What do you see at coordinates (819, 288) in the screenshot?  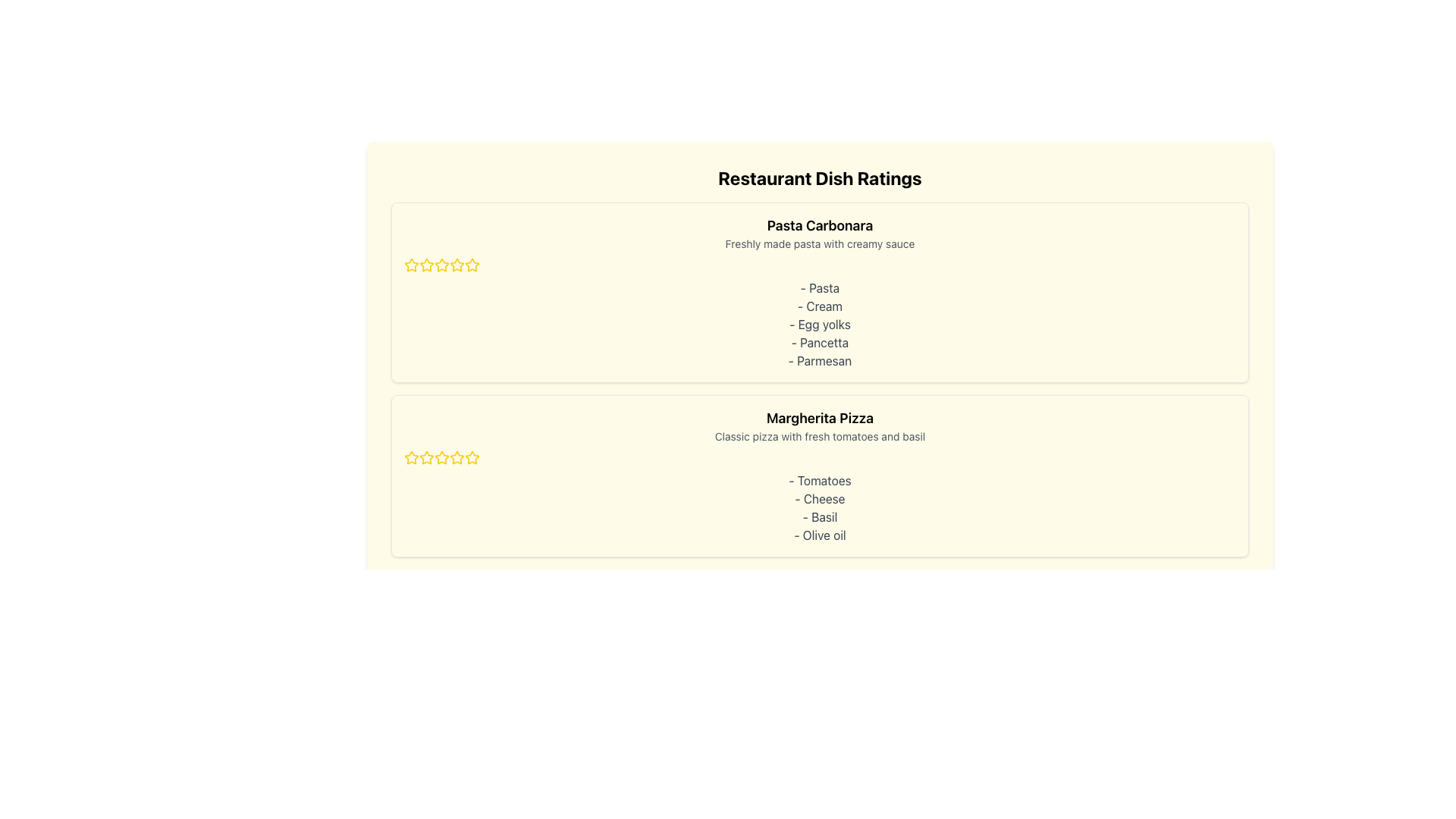 I see `text of the label identifying 'Pasta' which is the first ingredient listed under 'Pasta Carbonara.'` at bounding box center [819, 288].